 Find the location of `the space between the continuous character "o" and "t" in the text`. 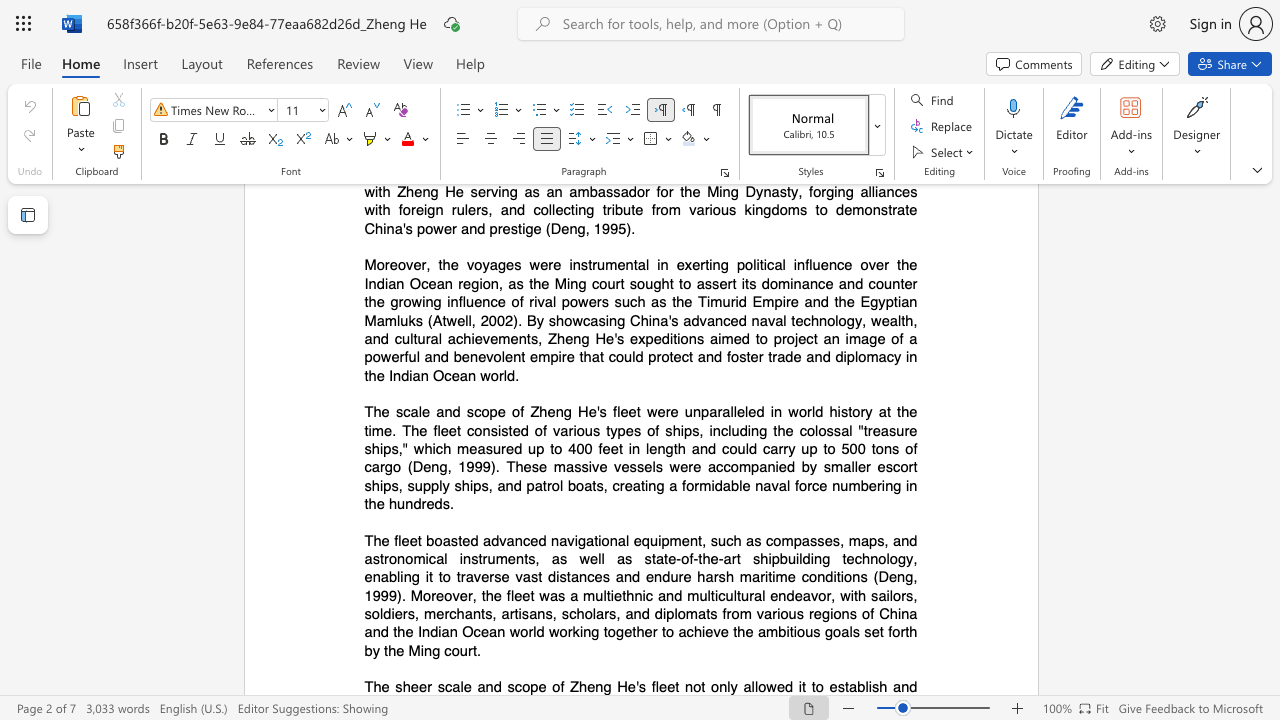

the space between the continuous character "o" and "t" in the text is located at coordinates (700, 686).